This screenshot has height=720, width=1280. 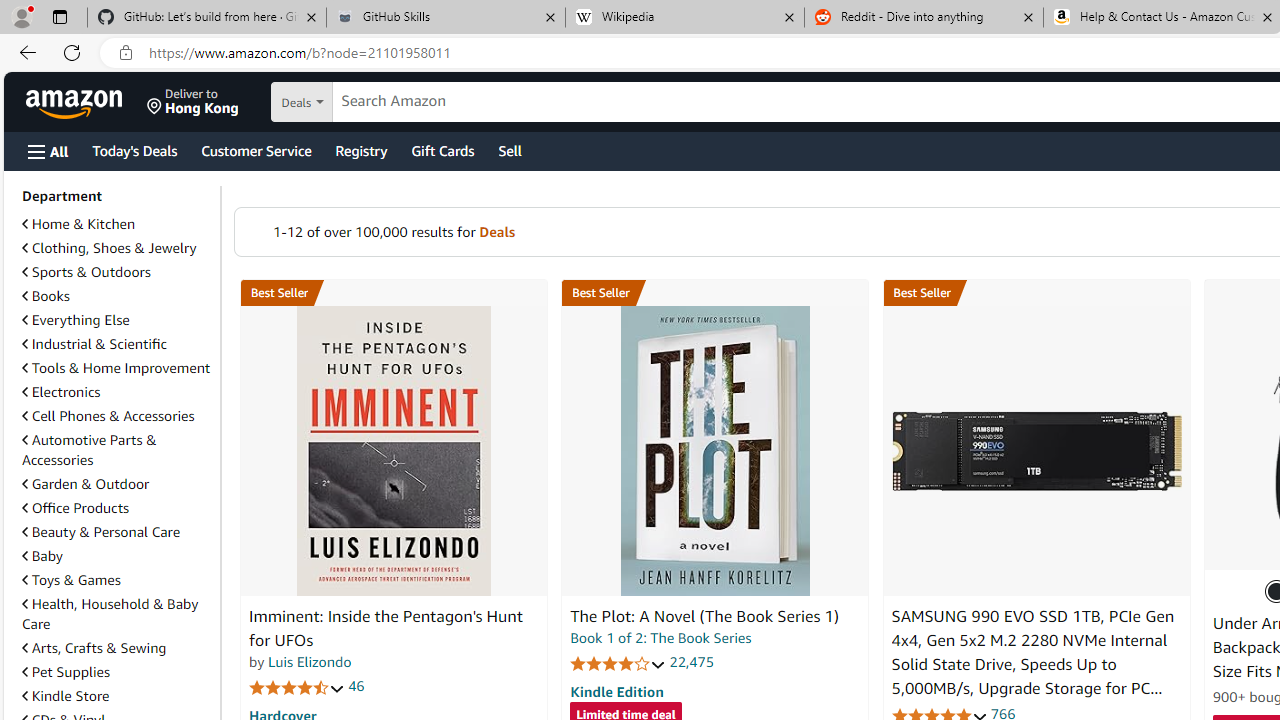 What do you see at coordinates (116, 531) in the screenshot?
I see `'Beauty & Personal Care'` at bounding box center [116, 531].